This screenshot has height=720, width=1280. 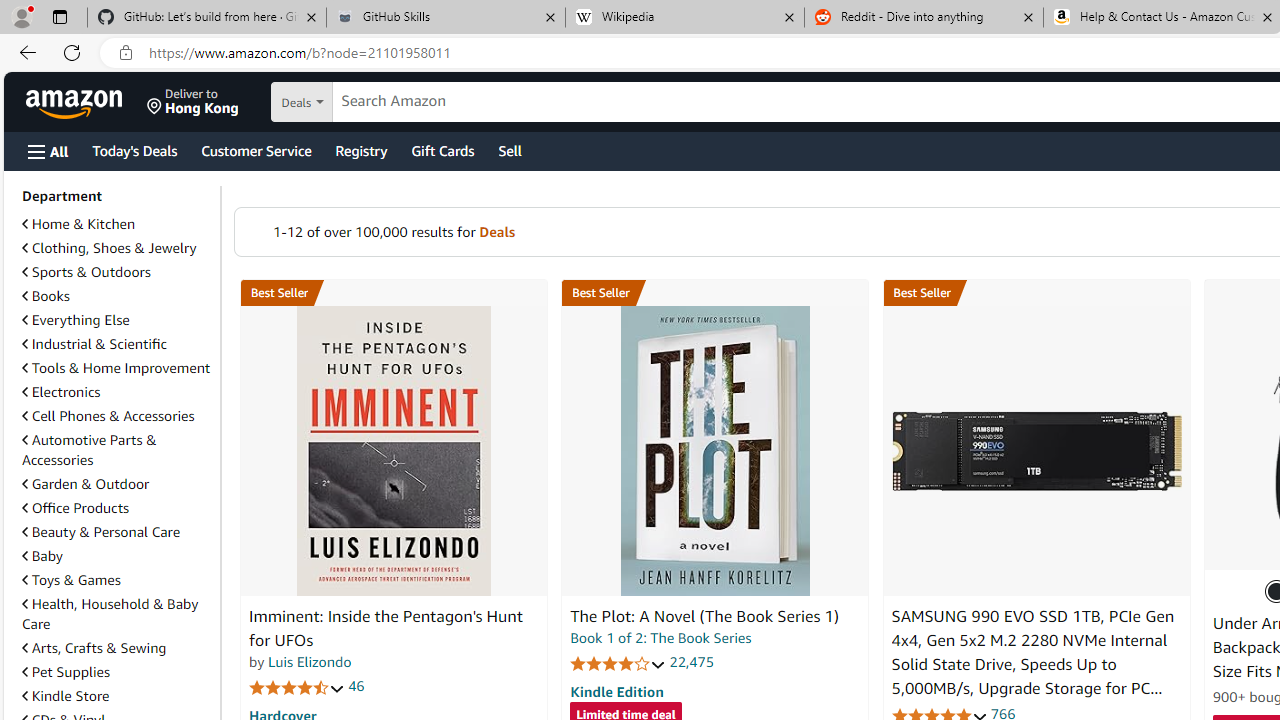 What do you see at coordinates (116, 531) in the screenshot?
I see `'Beauty & Personal Care'` at bounding box center [116, 531].